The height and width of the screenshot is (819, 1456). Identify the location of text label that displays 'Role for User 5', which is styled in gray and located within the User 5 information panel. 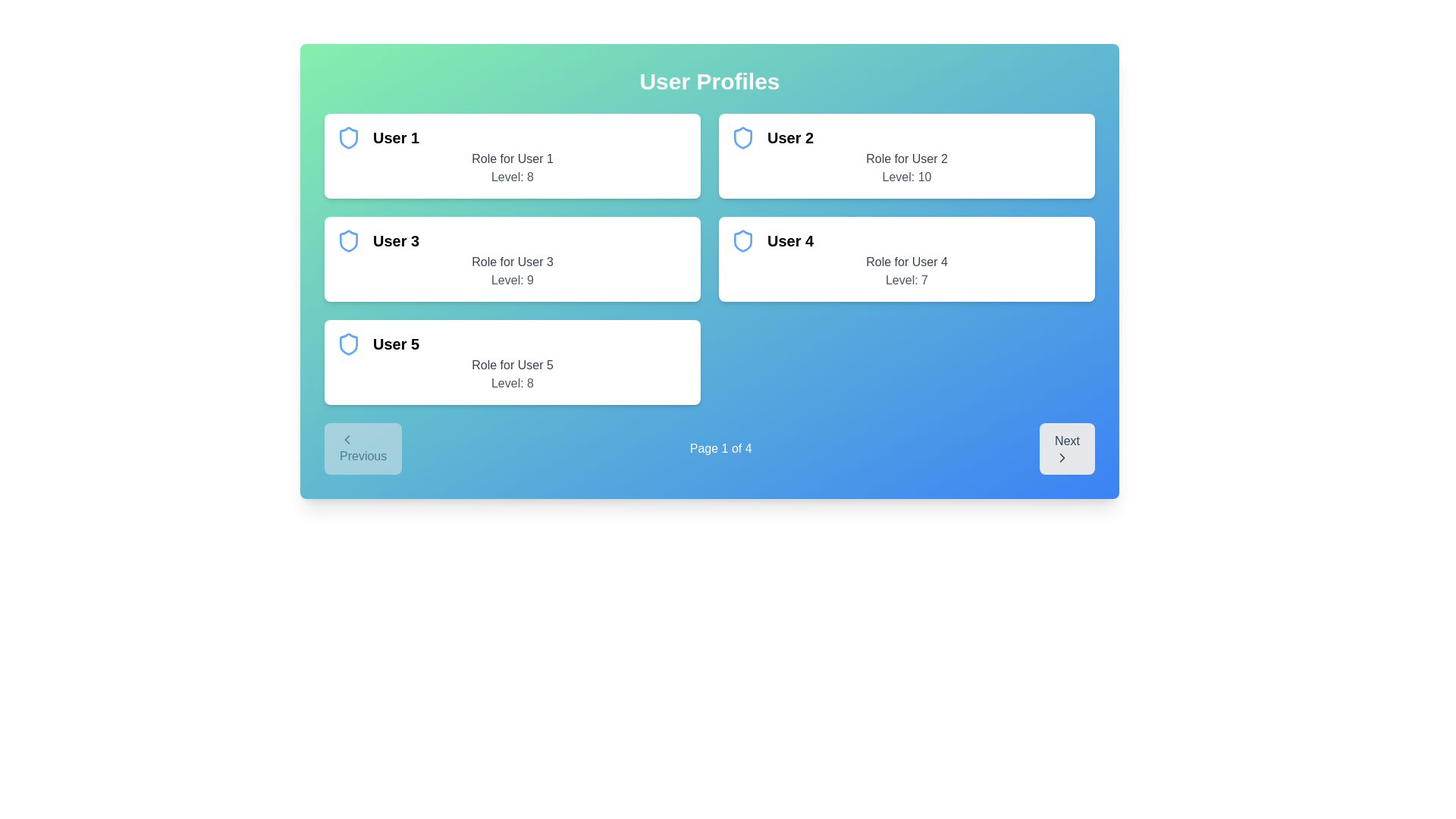
(513, 366).